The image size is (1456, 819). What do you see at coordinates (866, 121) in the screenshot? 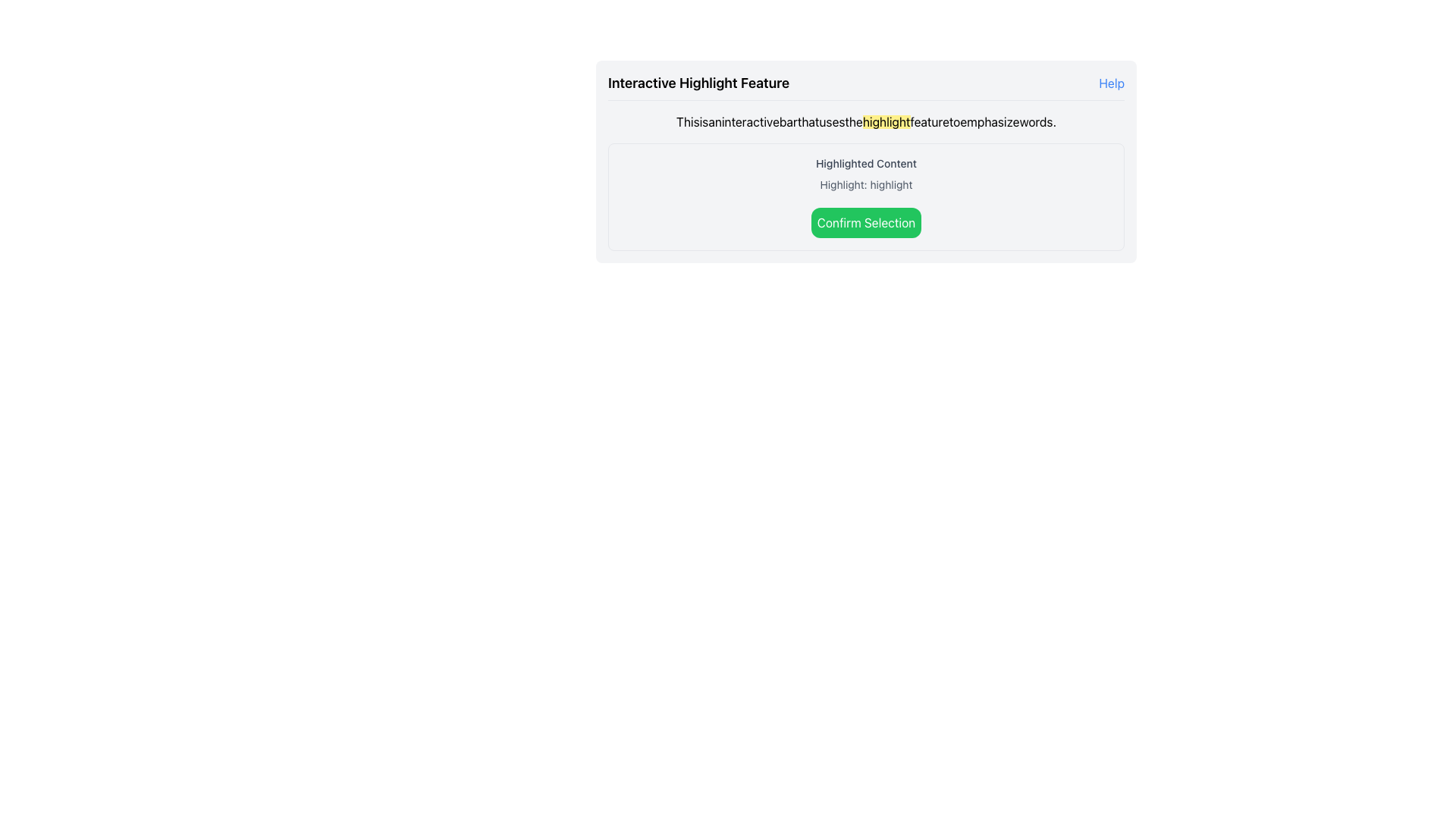
I see `the text block that reads 'This is an interactive bar that uses the highlight feature to emphasize words. Action', which has the word 'highlight' emphasized with a yellow background, positioned below 'Interactive Highlight Feature' and above 'Highlighted Content'` at bounding box center [866, 121].